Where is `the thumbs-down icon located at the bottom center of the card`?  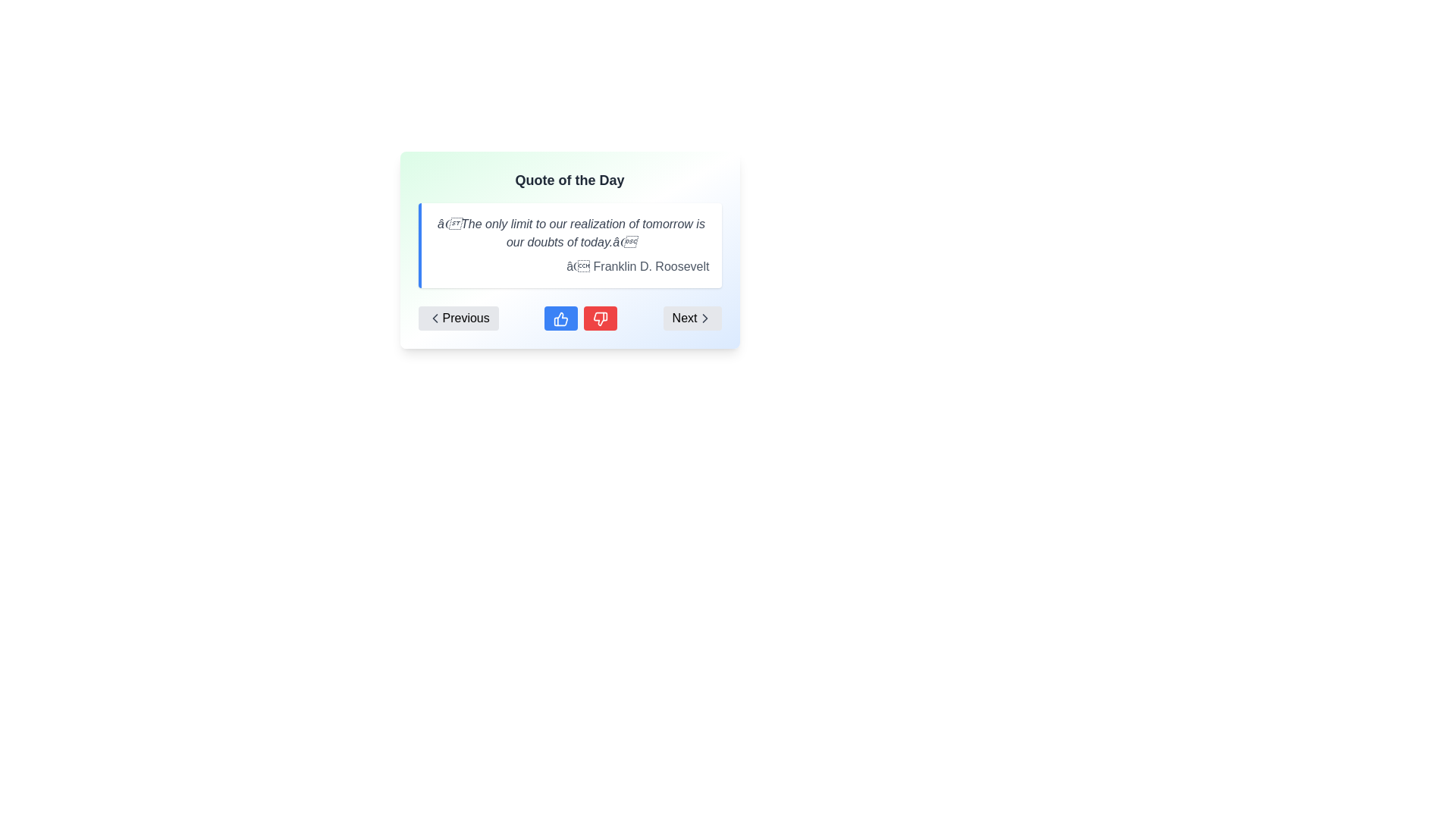
the thumbs-down icon located at the bottom center of the card is located at coordinates (600, 318).